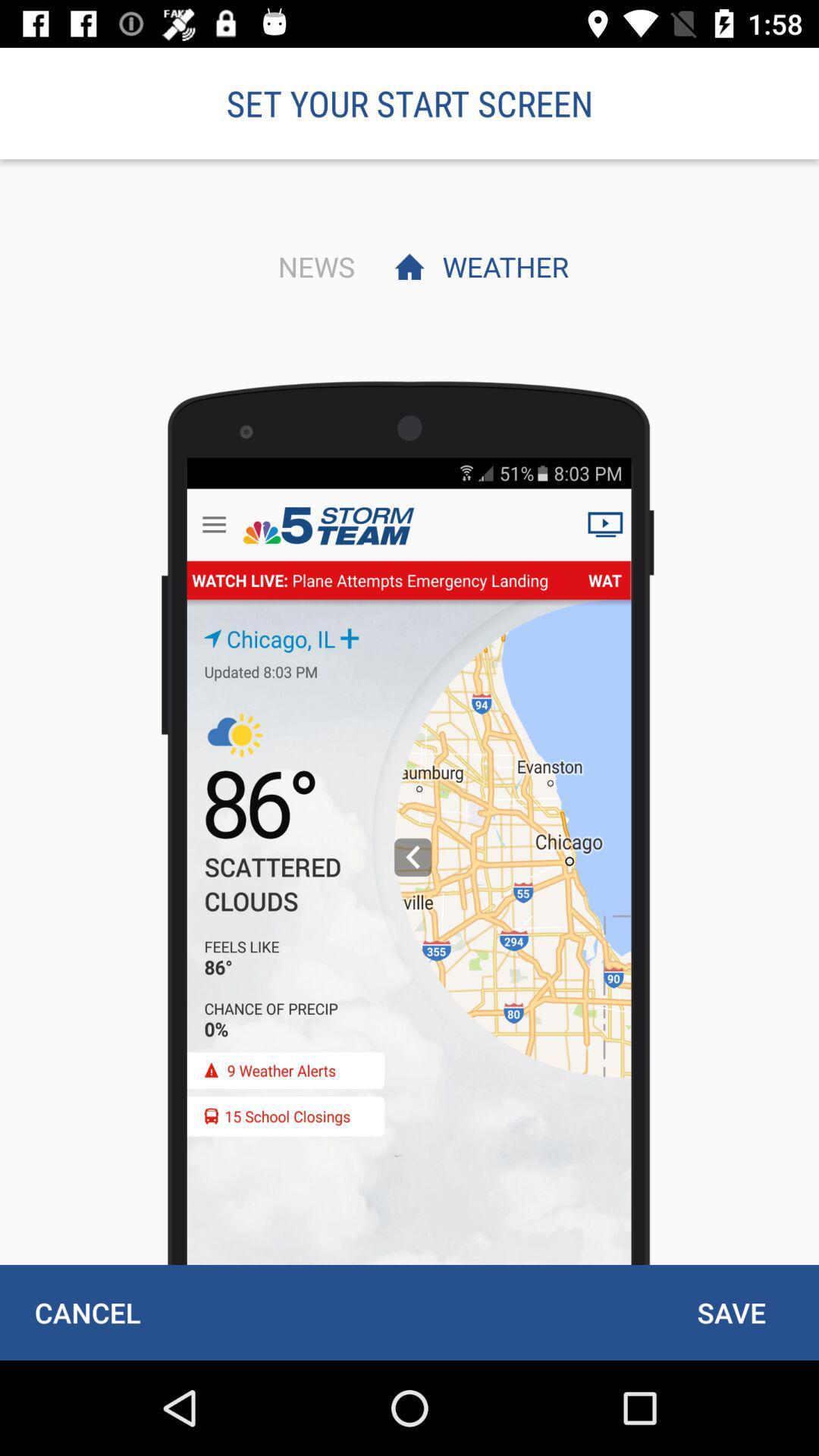 This screenshot has height=1456, width=819. What do you see at coordinates (312, 266) in the screenshot?
I see `the icon to the left of weather item` at bounding box center [312, 266].